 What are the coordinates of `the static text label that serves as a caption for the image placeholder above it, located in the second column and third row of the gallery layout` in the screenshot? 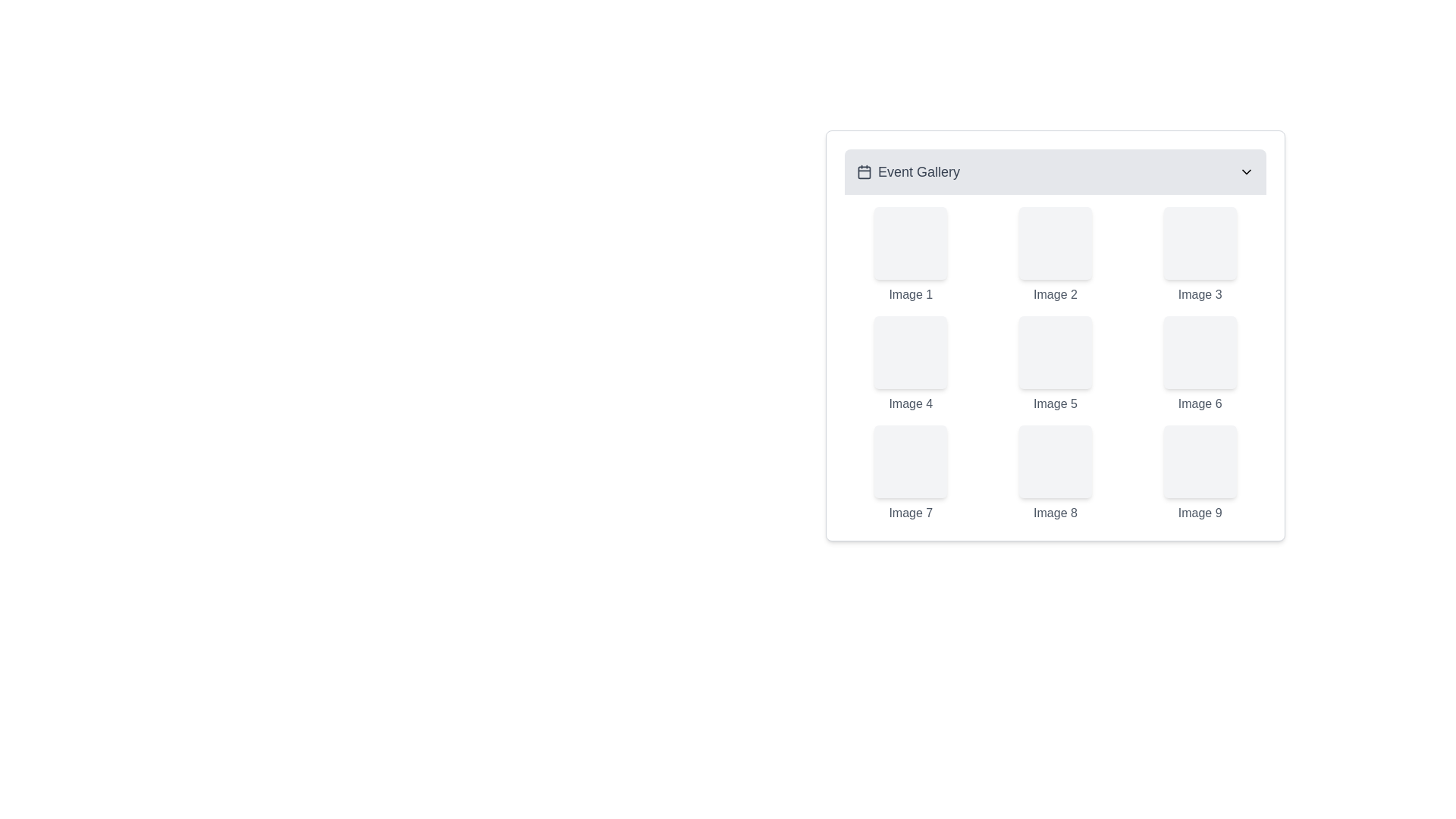 It's located at (1199, 403).